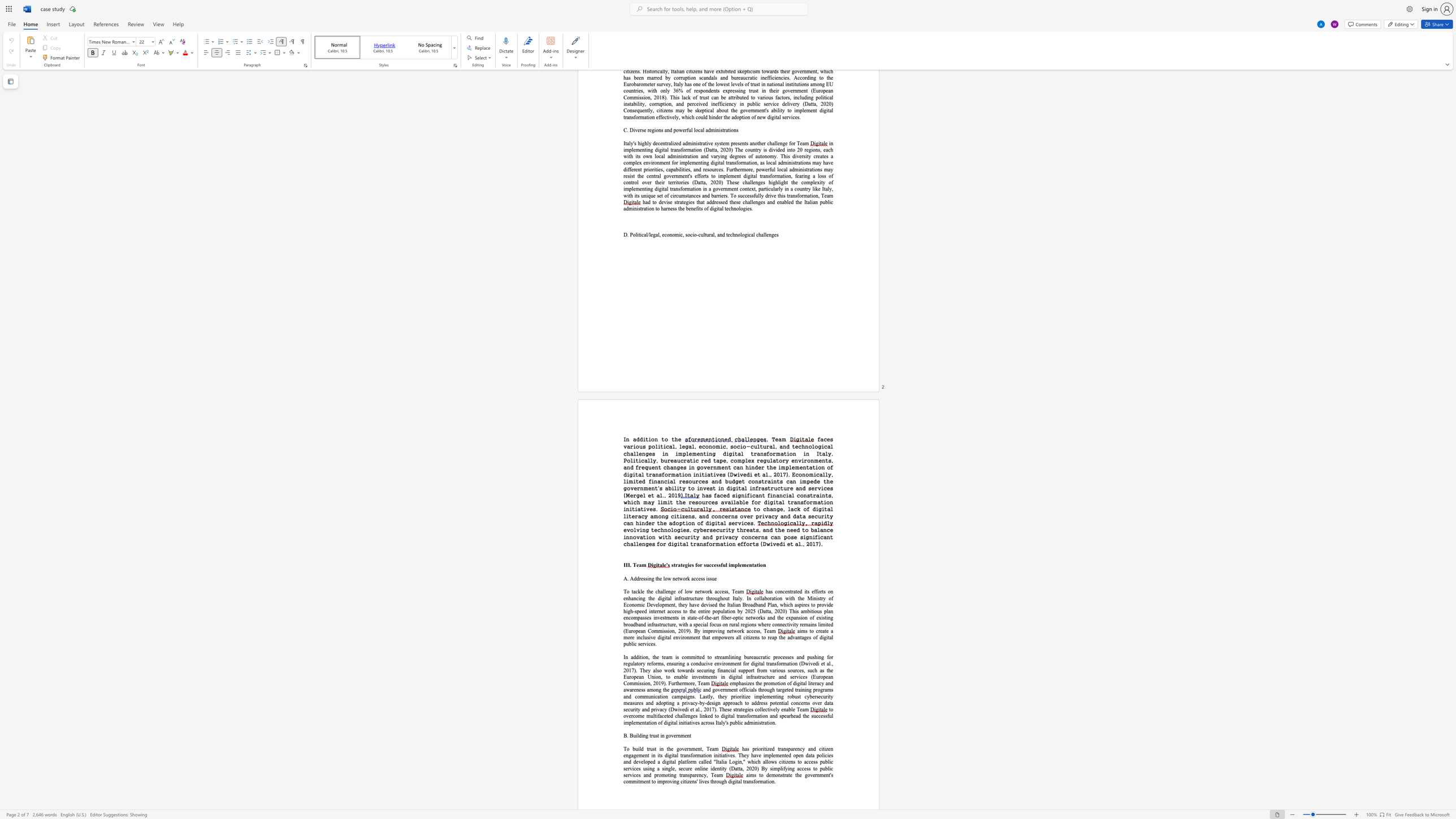 The height and width of the screenshot is (819, 1456). What do you see at coordinates (819, 624) in the screenshot?
I see `the subset text "imited (Europ" within the text "us on rural regions where connectivity remains limited (European Commission, 2019). By improving network access, Team"` at bounding box center [819, 624].